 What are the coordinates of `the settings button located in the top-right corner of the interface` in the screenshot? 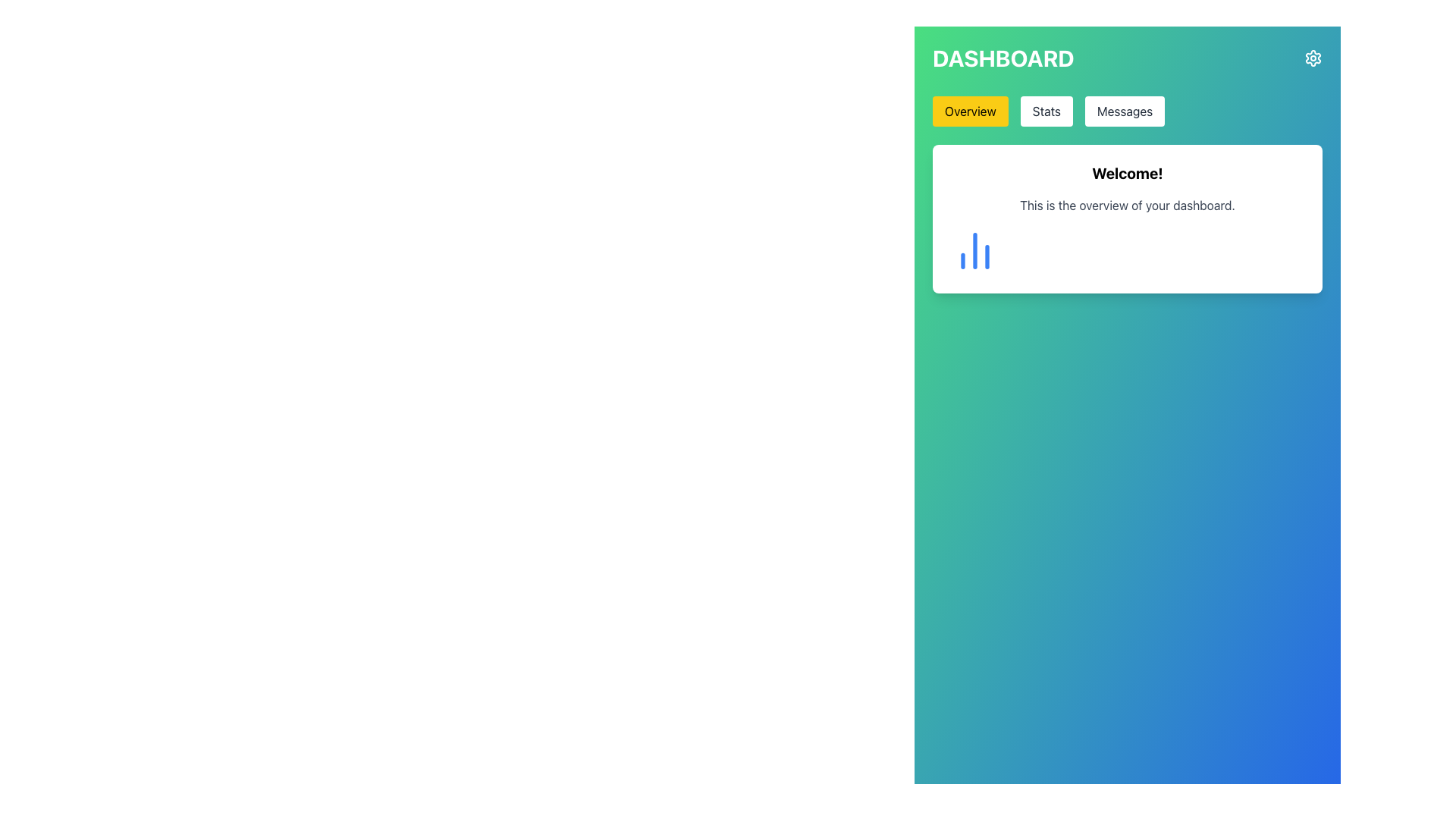 It's located at (1313, 58).